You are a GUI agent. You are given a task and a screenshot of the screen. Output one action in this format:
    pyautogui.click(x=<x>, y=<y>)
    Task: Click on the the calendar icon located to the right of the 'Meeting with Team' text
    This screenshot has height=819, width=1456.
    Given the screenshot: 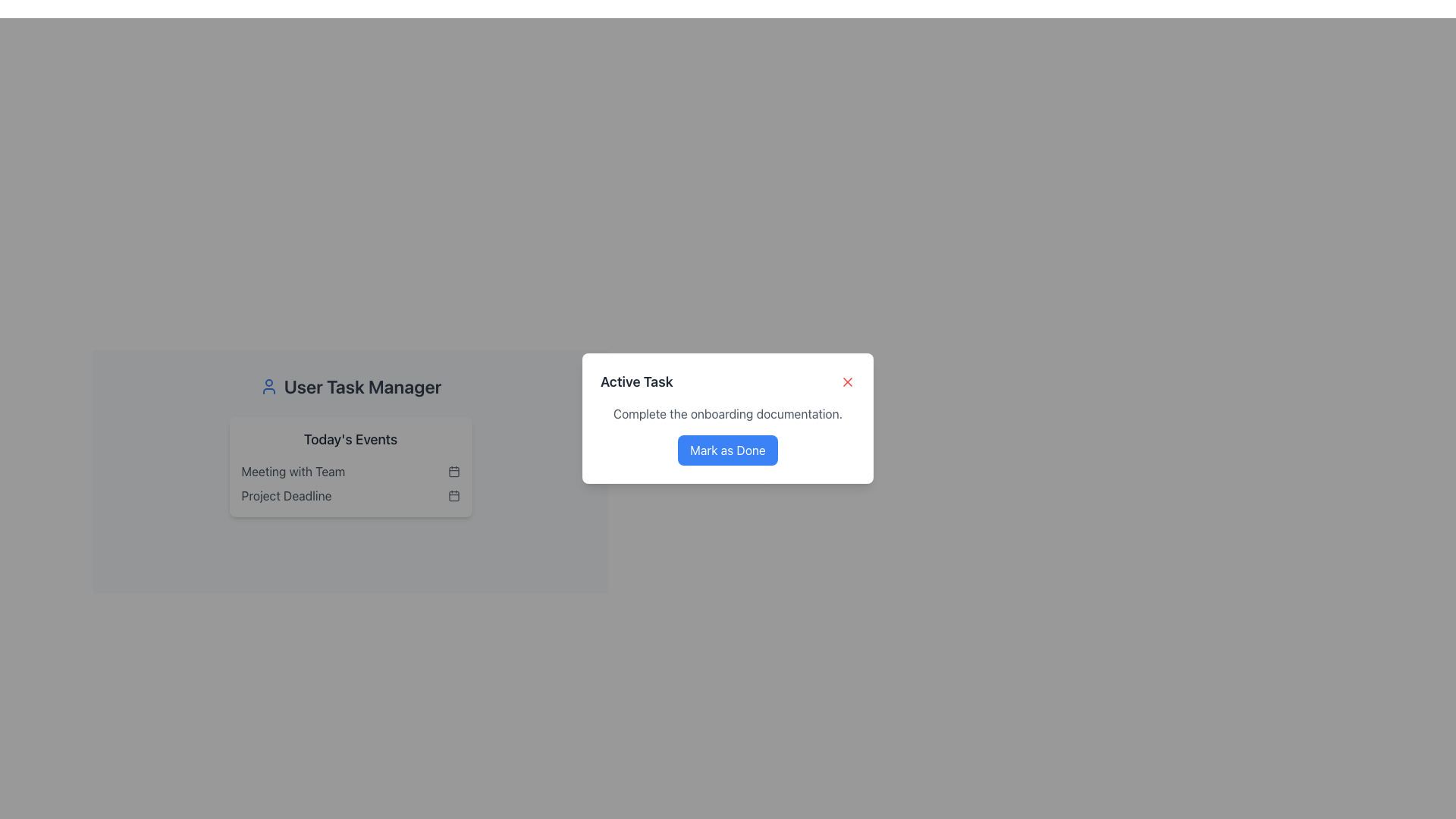 What is the action you would take?
    pyautogui.click(x=453, y=470)
    